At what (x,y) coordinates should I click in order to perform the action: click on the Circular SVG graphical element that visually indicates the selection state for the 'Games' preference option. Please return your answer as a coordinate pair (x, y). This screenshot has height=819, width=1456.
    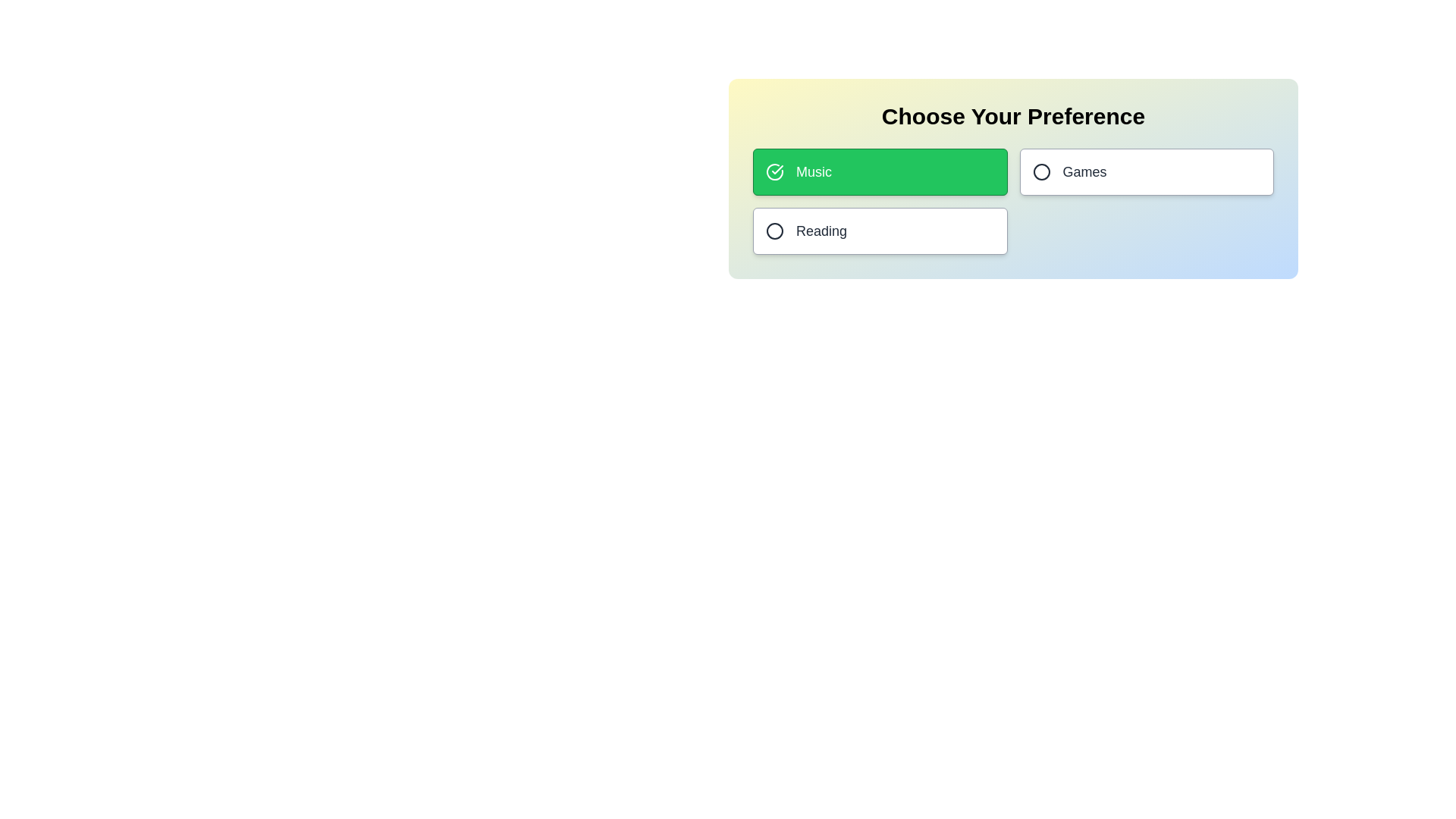
    Looking at the image, I should click on (1040, 171).